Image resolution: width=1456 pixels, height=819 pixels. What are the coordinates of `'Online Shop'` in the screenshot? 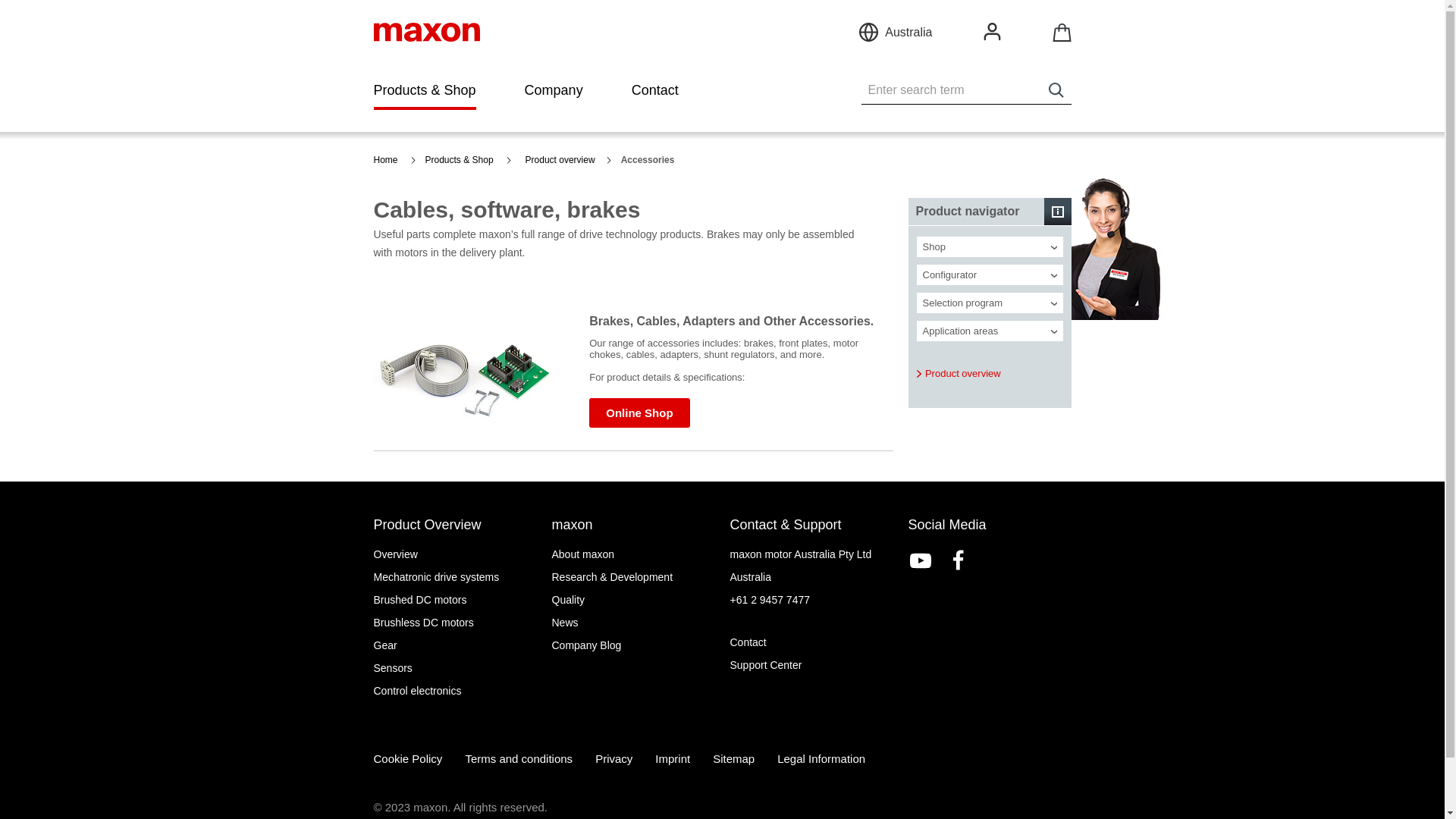 It's located at (588, 413).